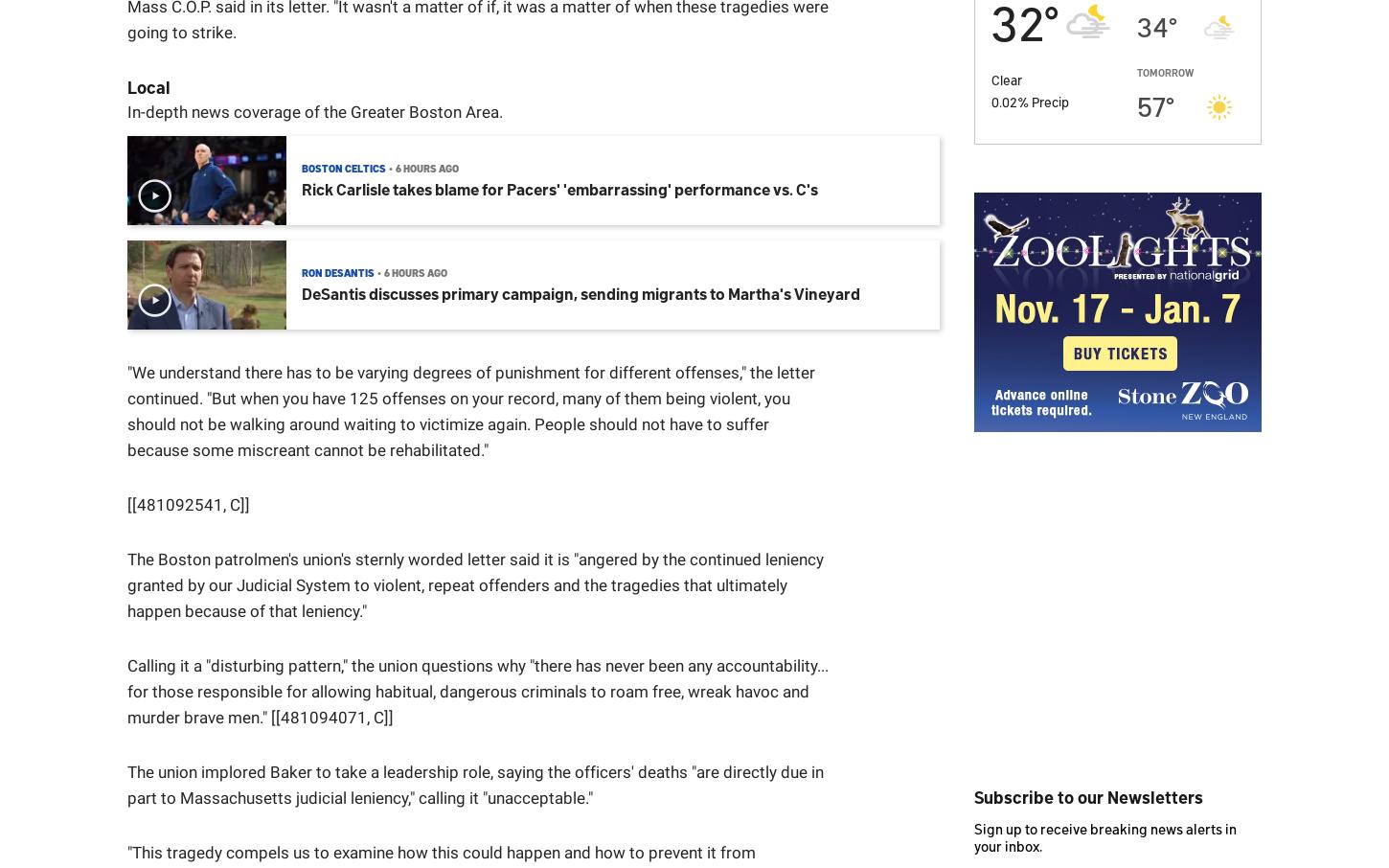  I want to click on '"We understand there has to be varying degrees of punishment for different offenses," the letter continued. "But when you have 125 offenses on your record, many of them being violent, you should not be walking around waiting to victimize again. People should not have to suffer because some miscreant cannot be rehabilitated."', so click(470, 410).